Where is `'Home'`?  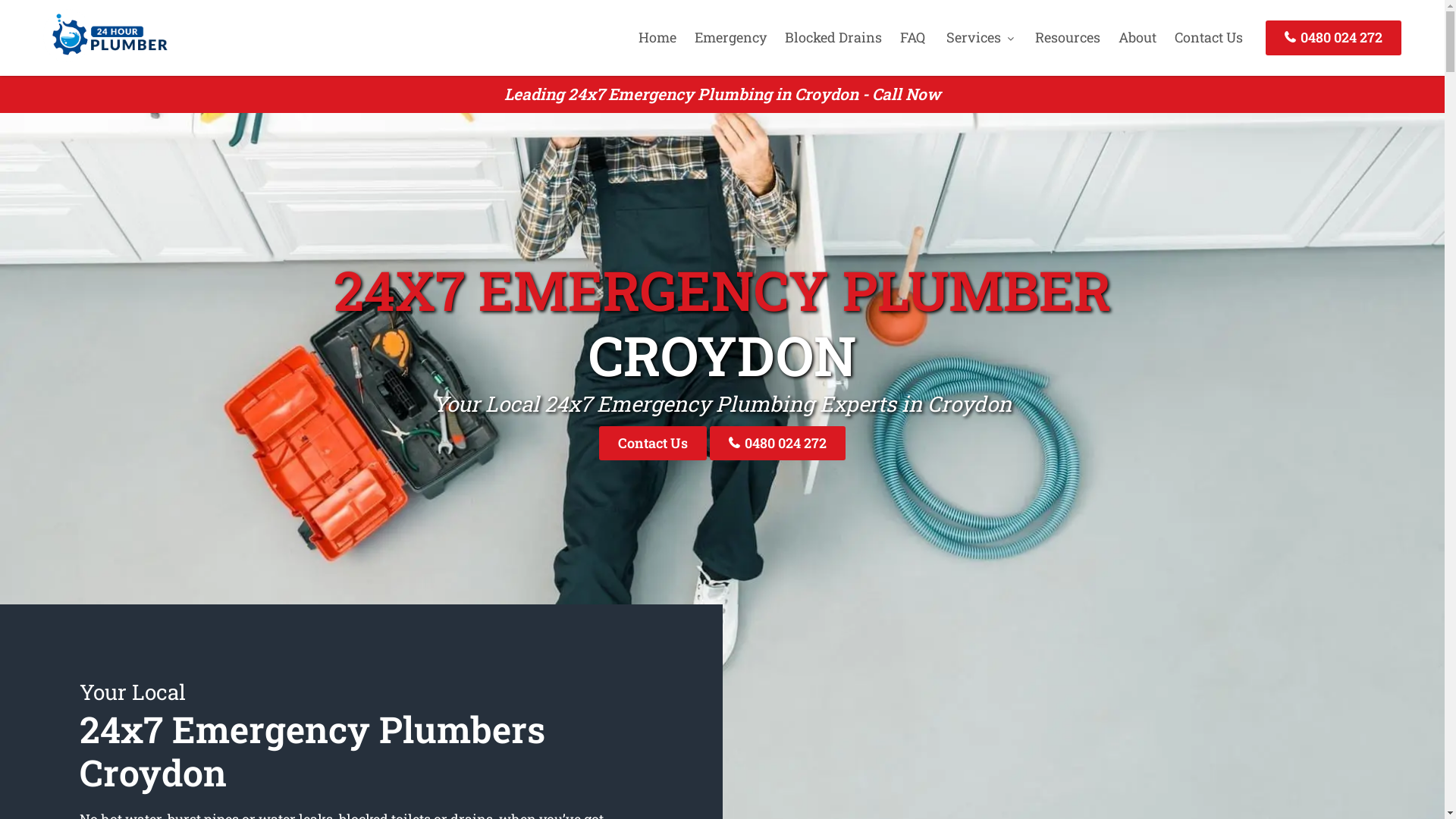 'Home' is located at coordinates (657, 36).